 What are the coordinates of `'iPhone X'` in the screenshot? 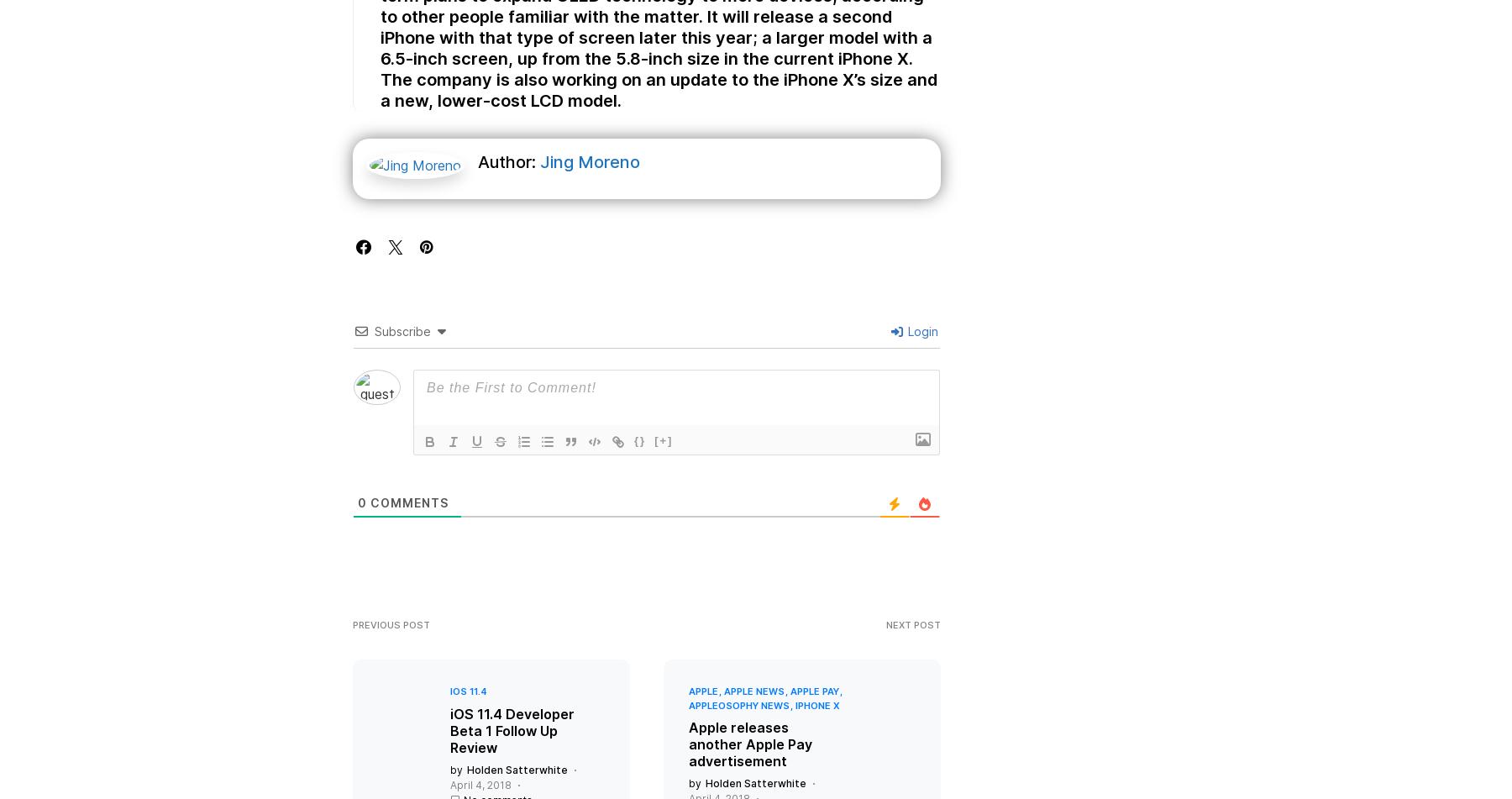 It's located at (816, 721).